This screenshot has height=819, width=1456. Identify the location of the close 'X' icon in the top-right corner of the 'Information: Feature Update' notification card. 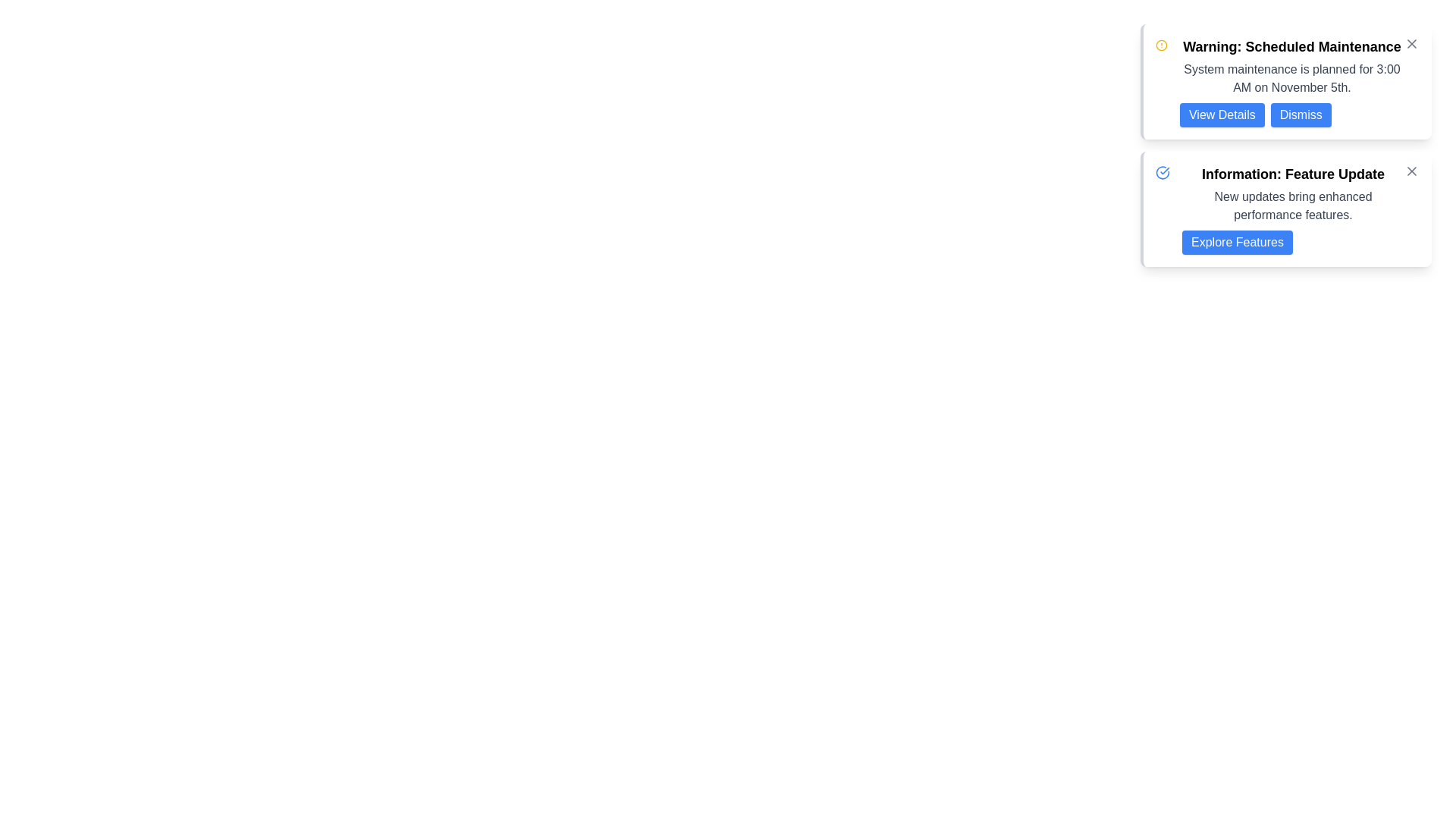
(1411, 171).